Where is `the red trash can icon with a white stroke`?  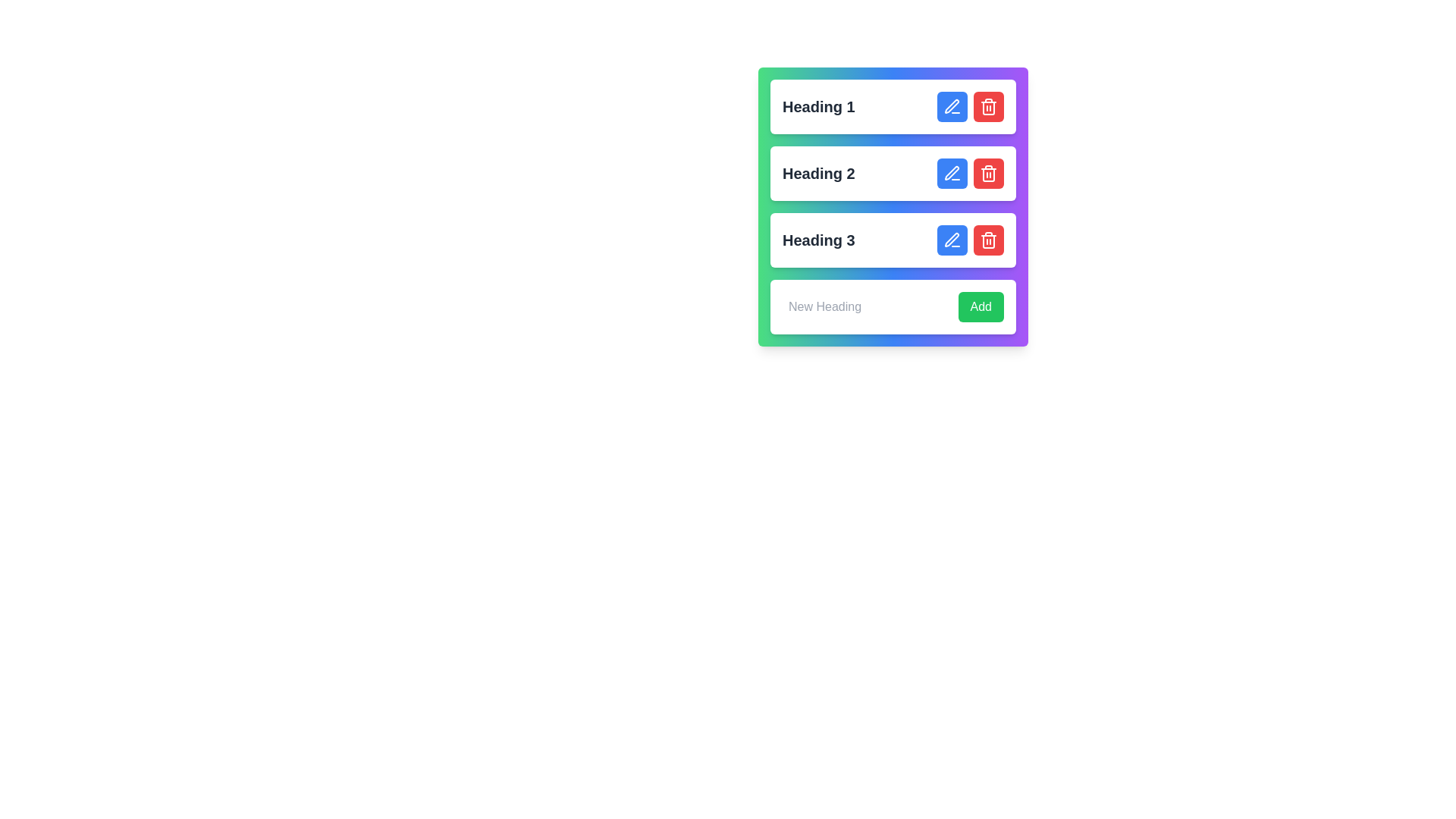 the red trash can icon with a white stroke is located at coordinates (989, 106).